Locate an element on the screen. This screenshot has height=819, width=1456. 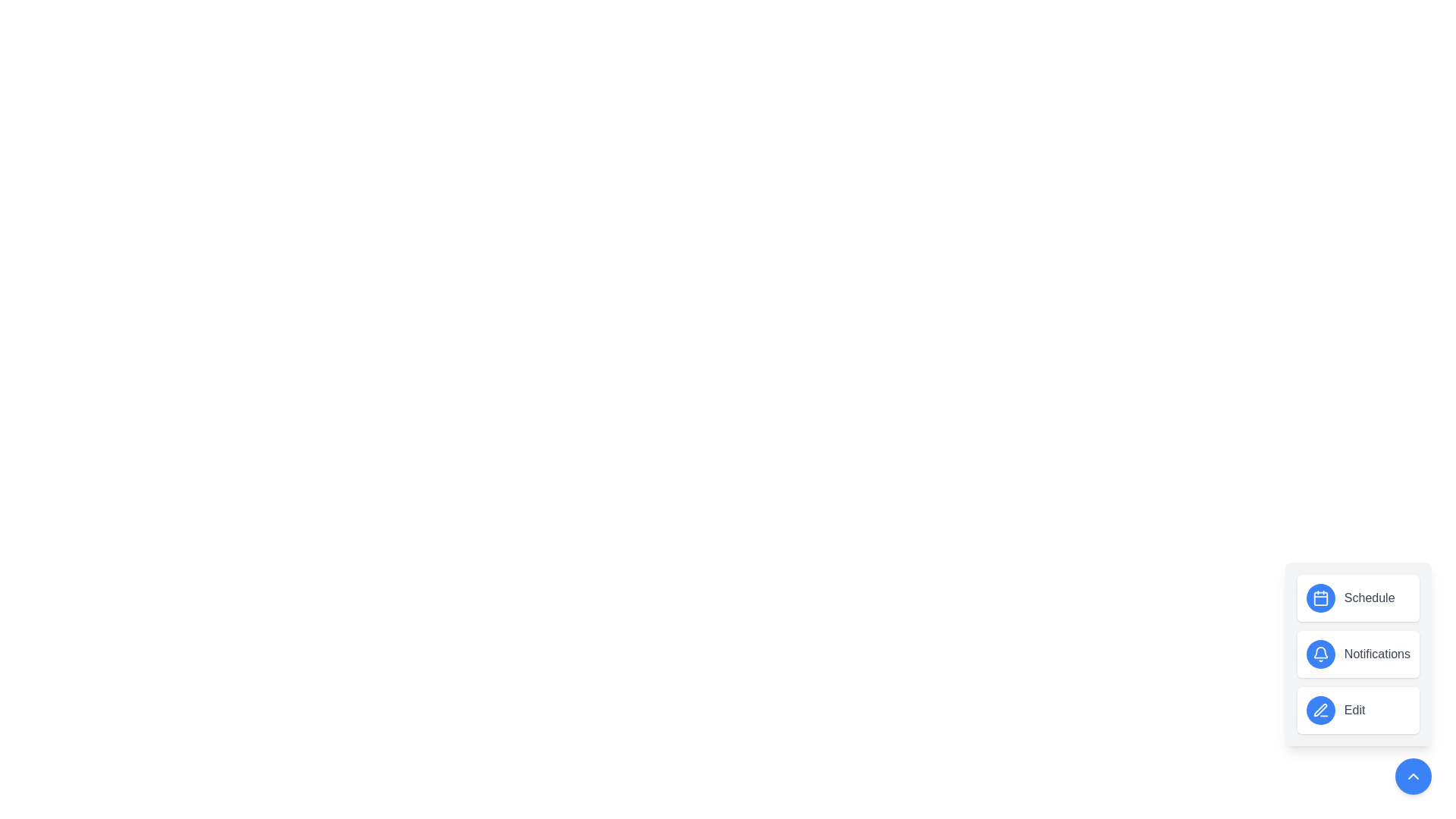
the button at the bottom-right to toggle the menu visibility is located at coordinates (1412, 776).